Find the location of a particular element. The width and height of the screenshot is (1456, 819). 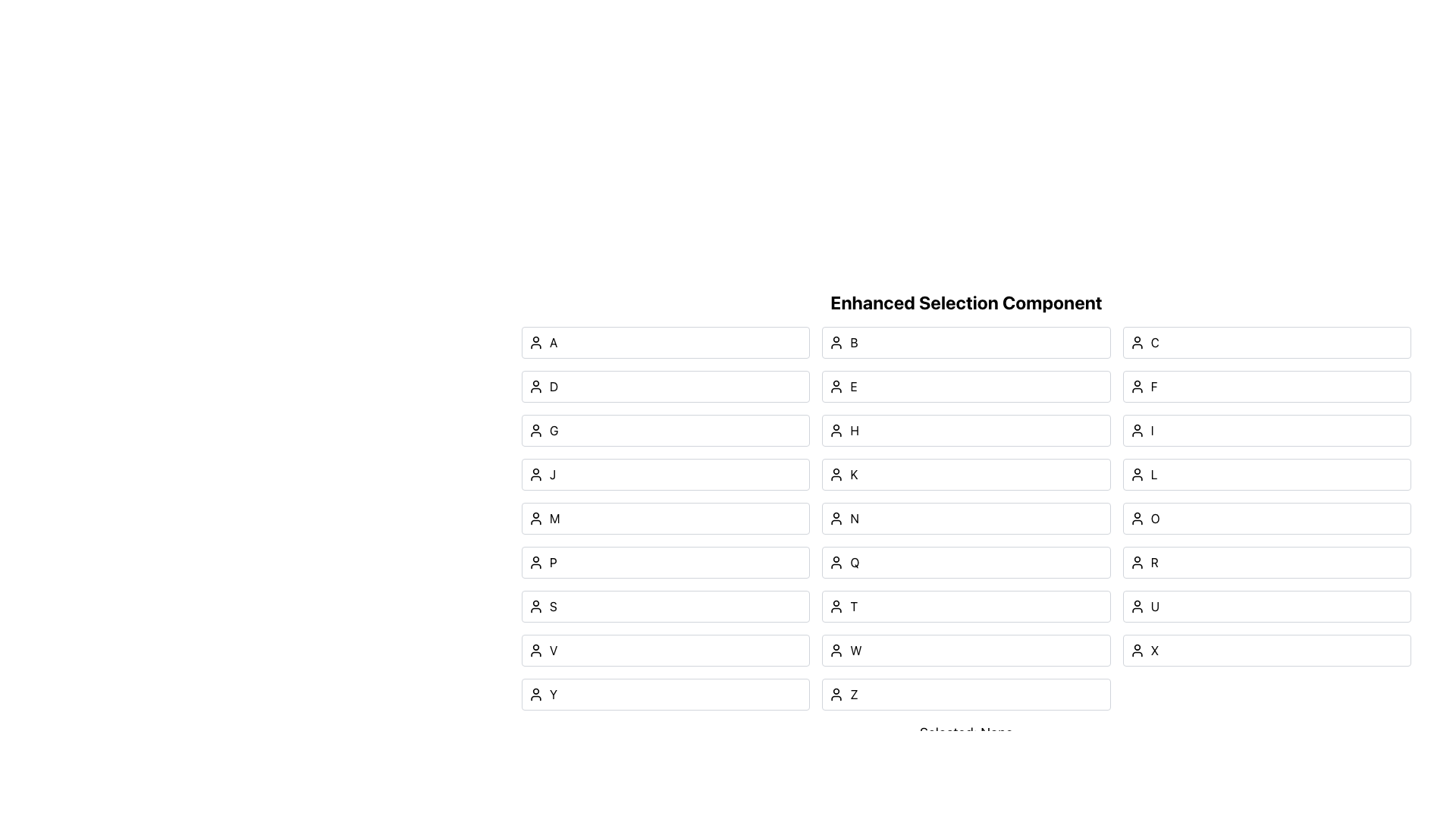

the user profile icon located within the button in the bottom left corner of the 'Enhanced Selection Component' grid is located at coordinates (535, 694).